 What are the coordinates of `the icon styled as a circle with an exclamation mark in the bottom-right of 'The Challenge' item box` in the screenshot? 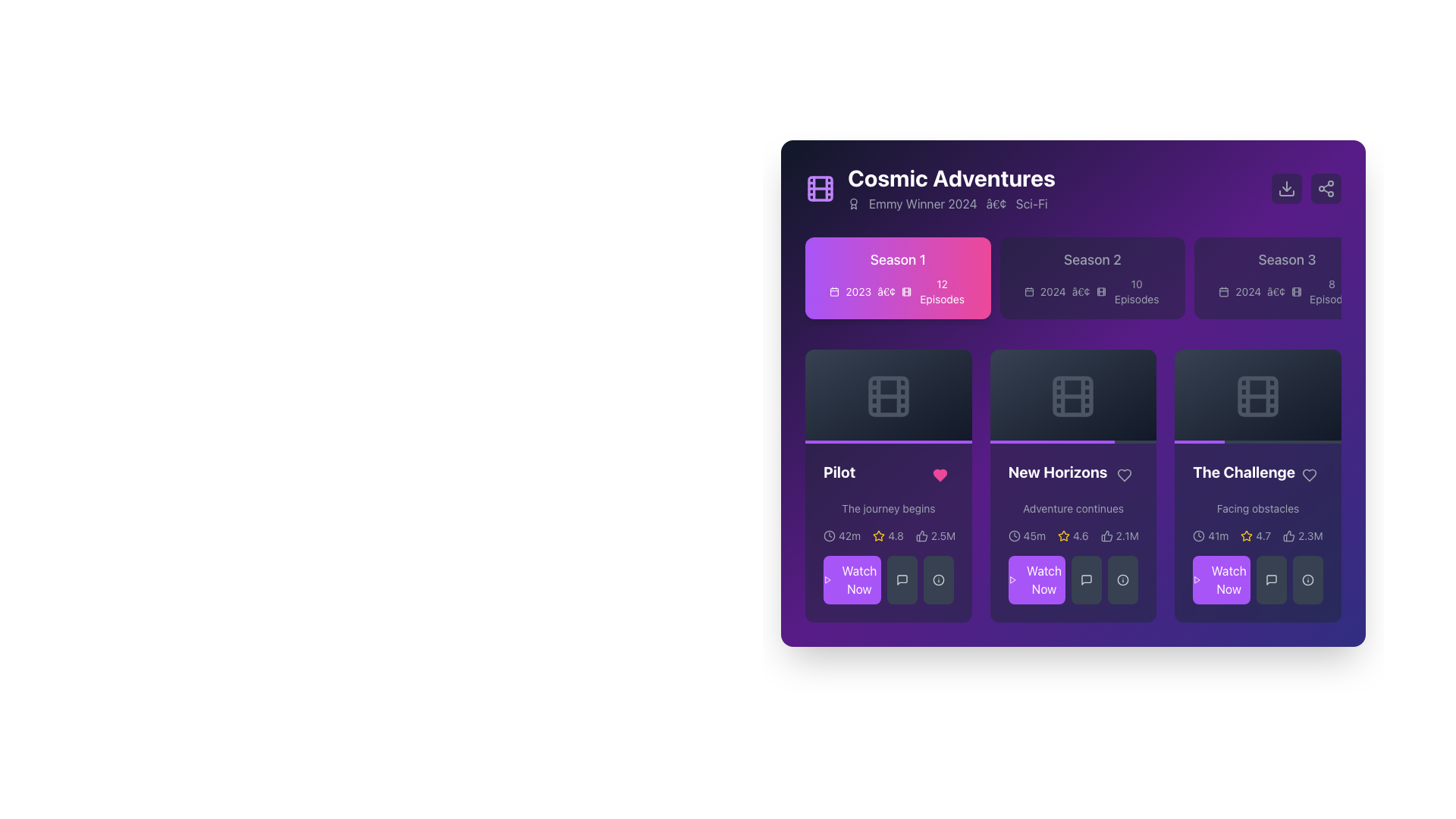 It's located at (1123, 579).